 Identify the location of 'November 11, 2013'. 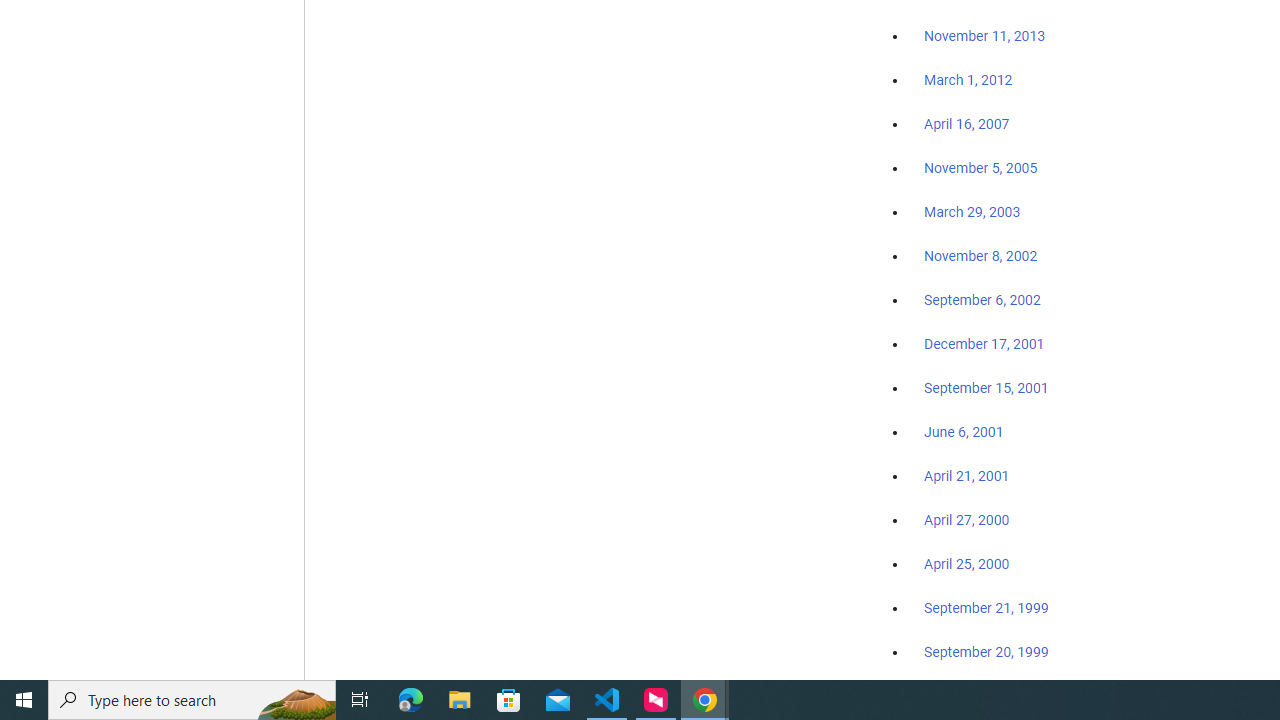
(984, 37).